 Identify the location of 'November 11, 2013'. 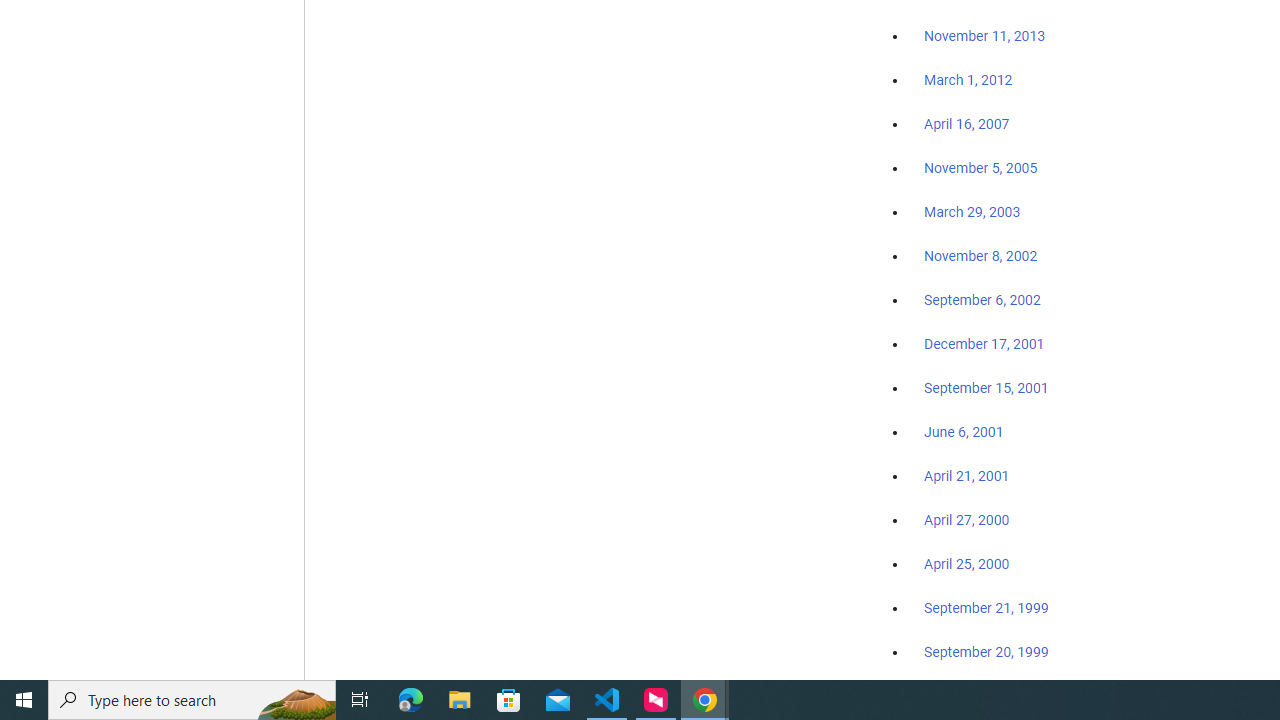
(984, 37).